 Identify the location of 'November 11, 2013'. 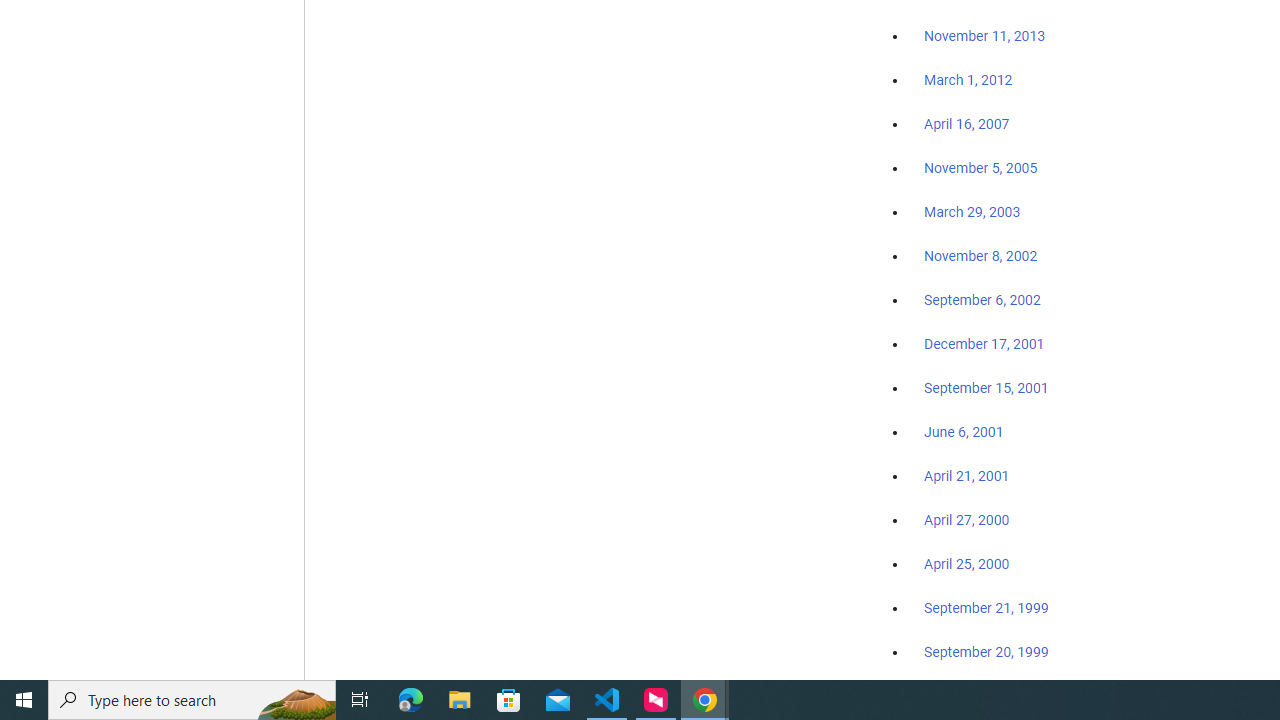
(984, 37).